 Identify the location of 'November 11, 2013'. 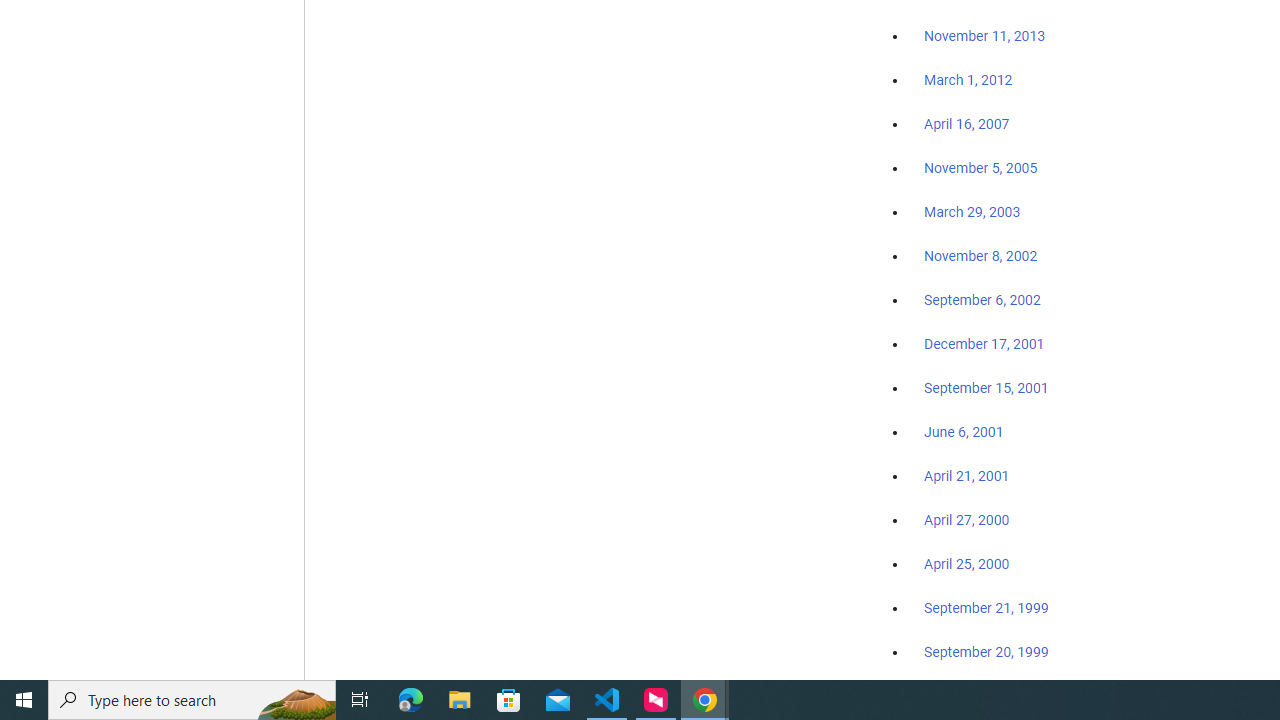
(984, 37).